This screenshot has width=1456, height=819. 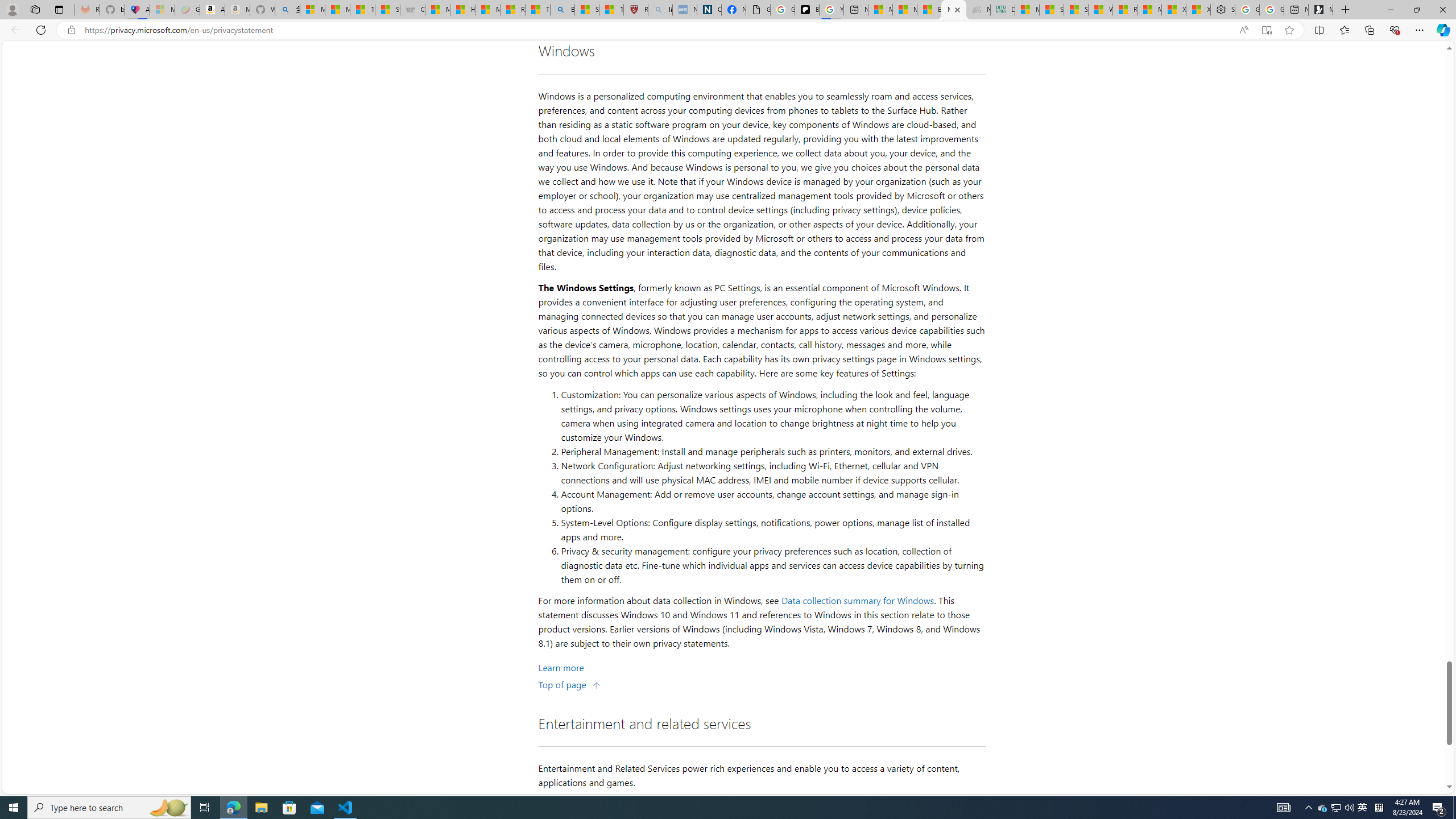 I want to click on 'Top of page', so click(x=570, y=684).